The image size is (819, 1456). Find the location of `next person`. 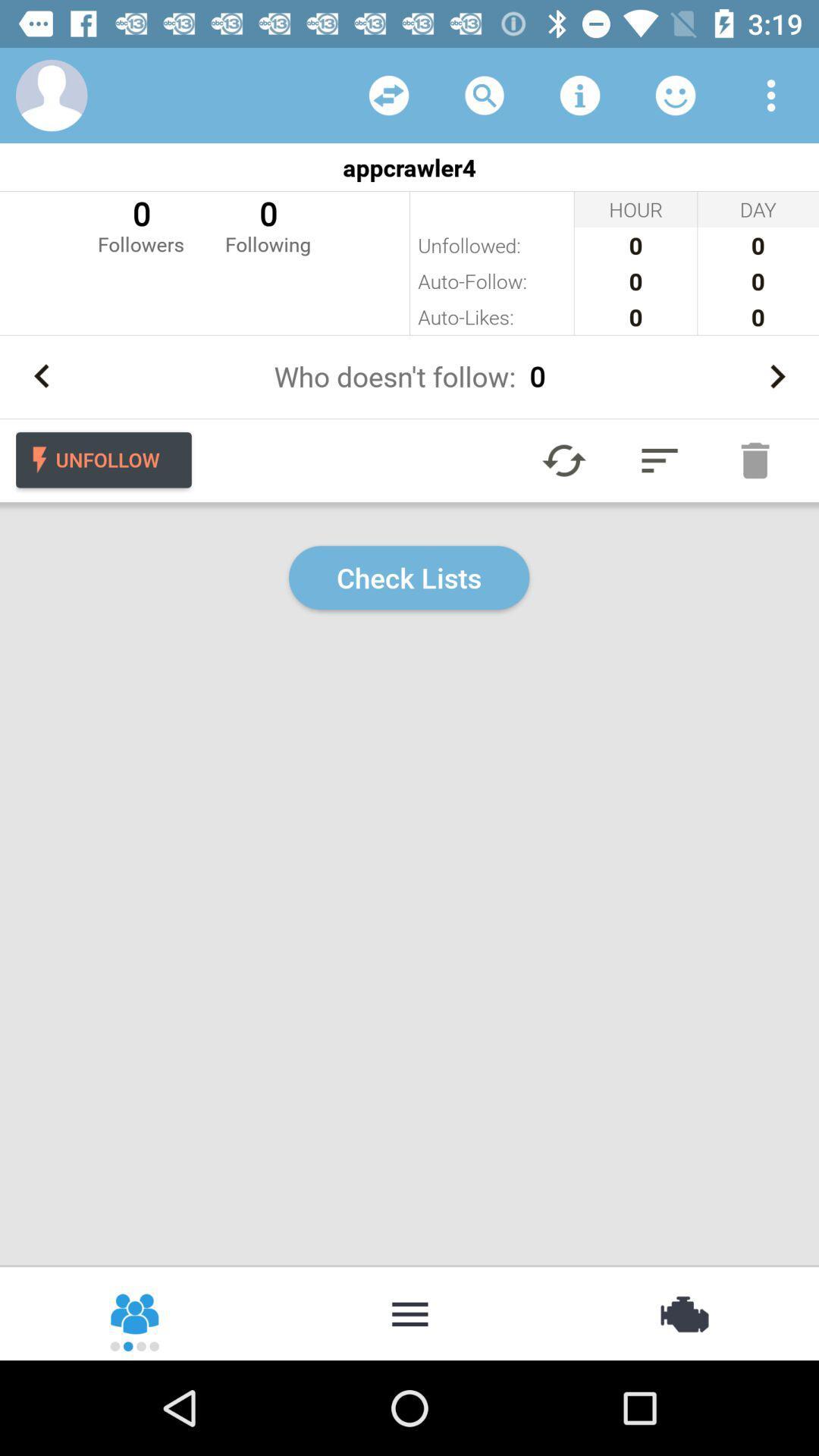

next person is located at coordinates (777, 376).